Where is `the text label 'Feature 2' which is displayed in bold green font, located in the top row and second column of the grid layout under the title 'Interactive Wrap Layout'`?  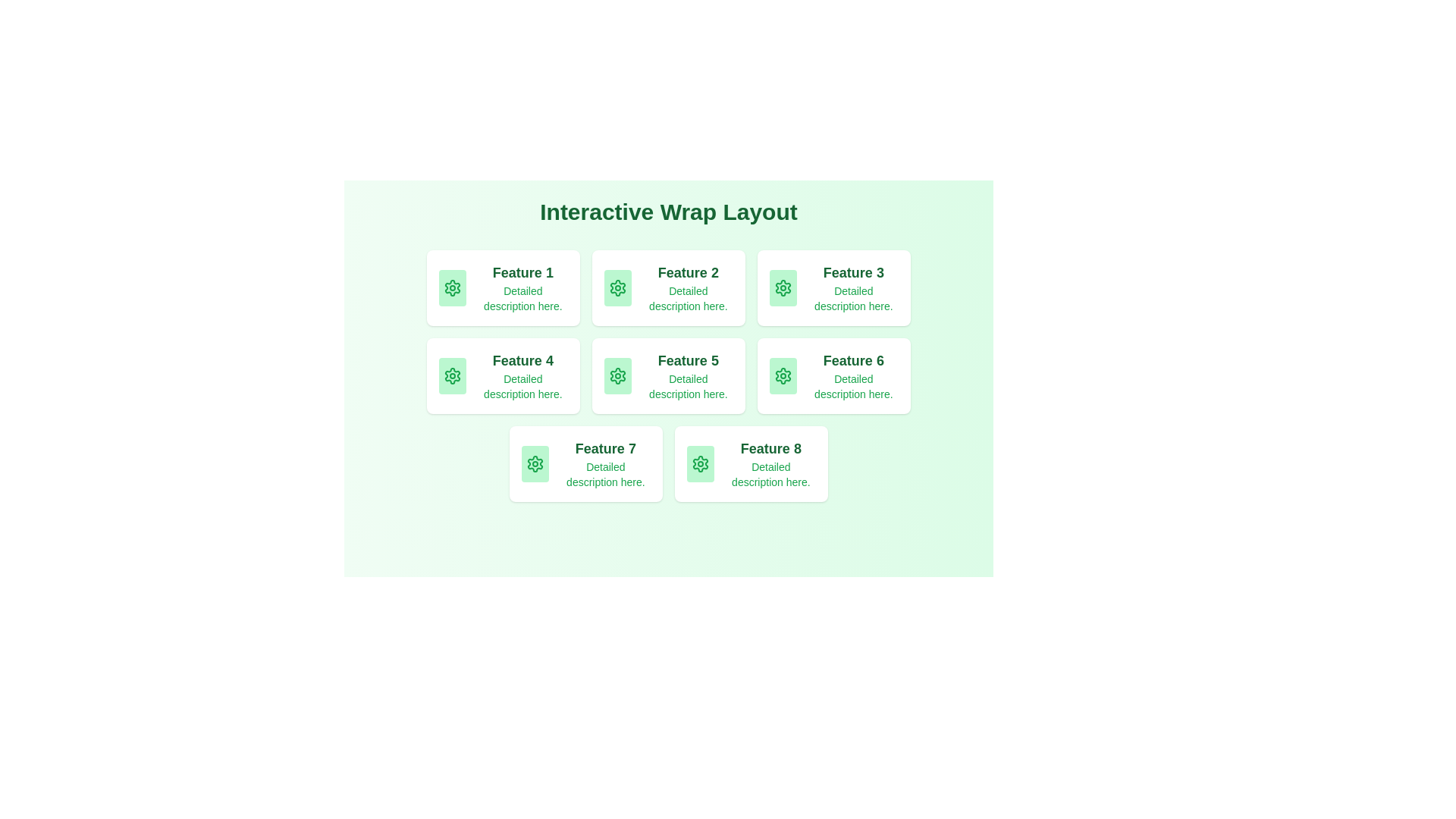
the text label 'Feature 2' which is displayed in bold green font, located in the top row and second column of the grid layout under the title 'Interactive Wrap Layout' is located at coordinates (687, 271).